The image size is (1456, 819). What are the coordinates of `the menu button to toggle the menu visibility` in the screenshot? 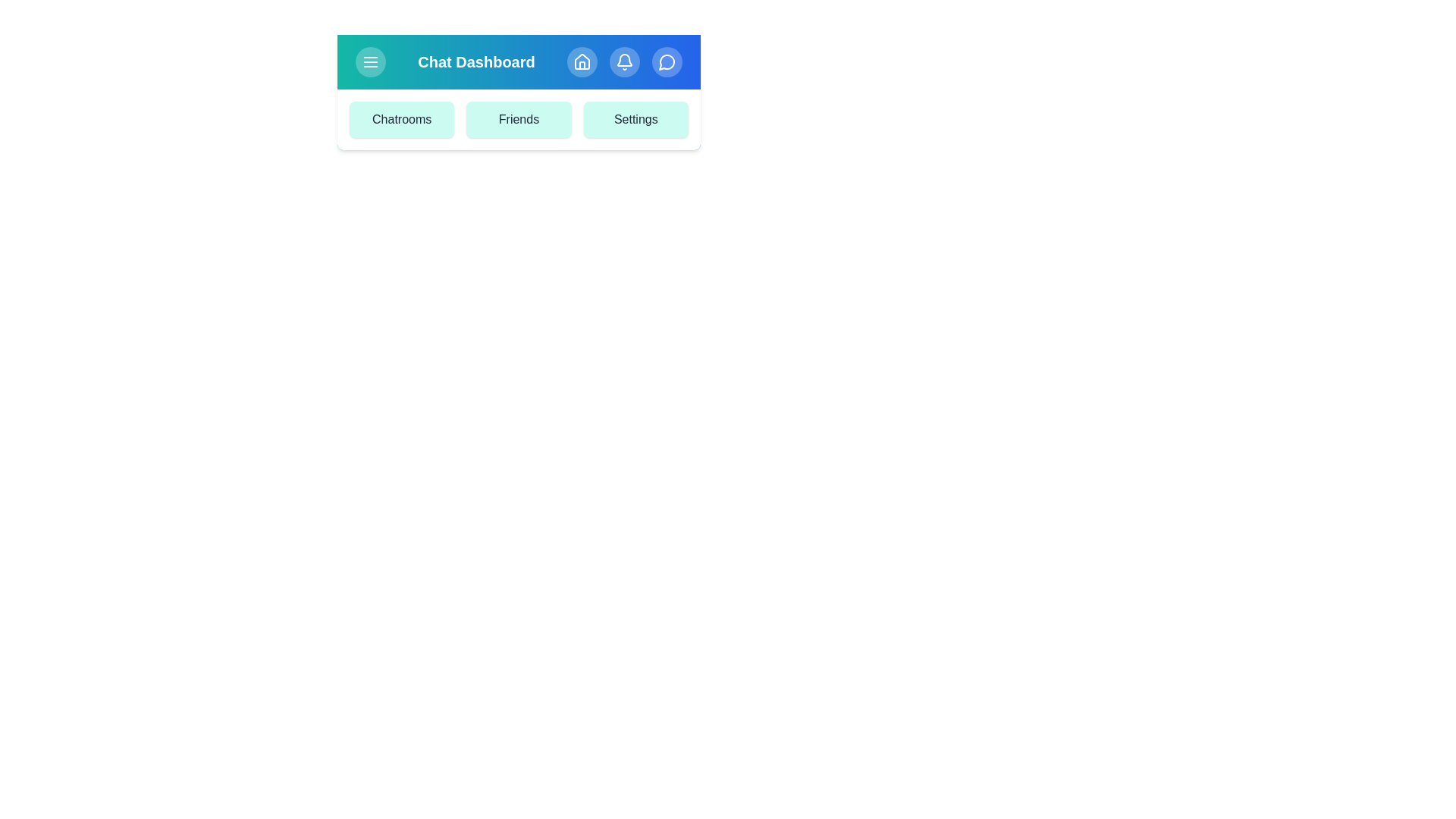 It's located at (371, 61).